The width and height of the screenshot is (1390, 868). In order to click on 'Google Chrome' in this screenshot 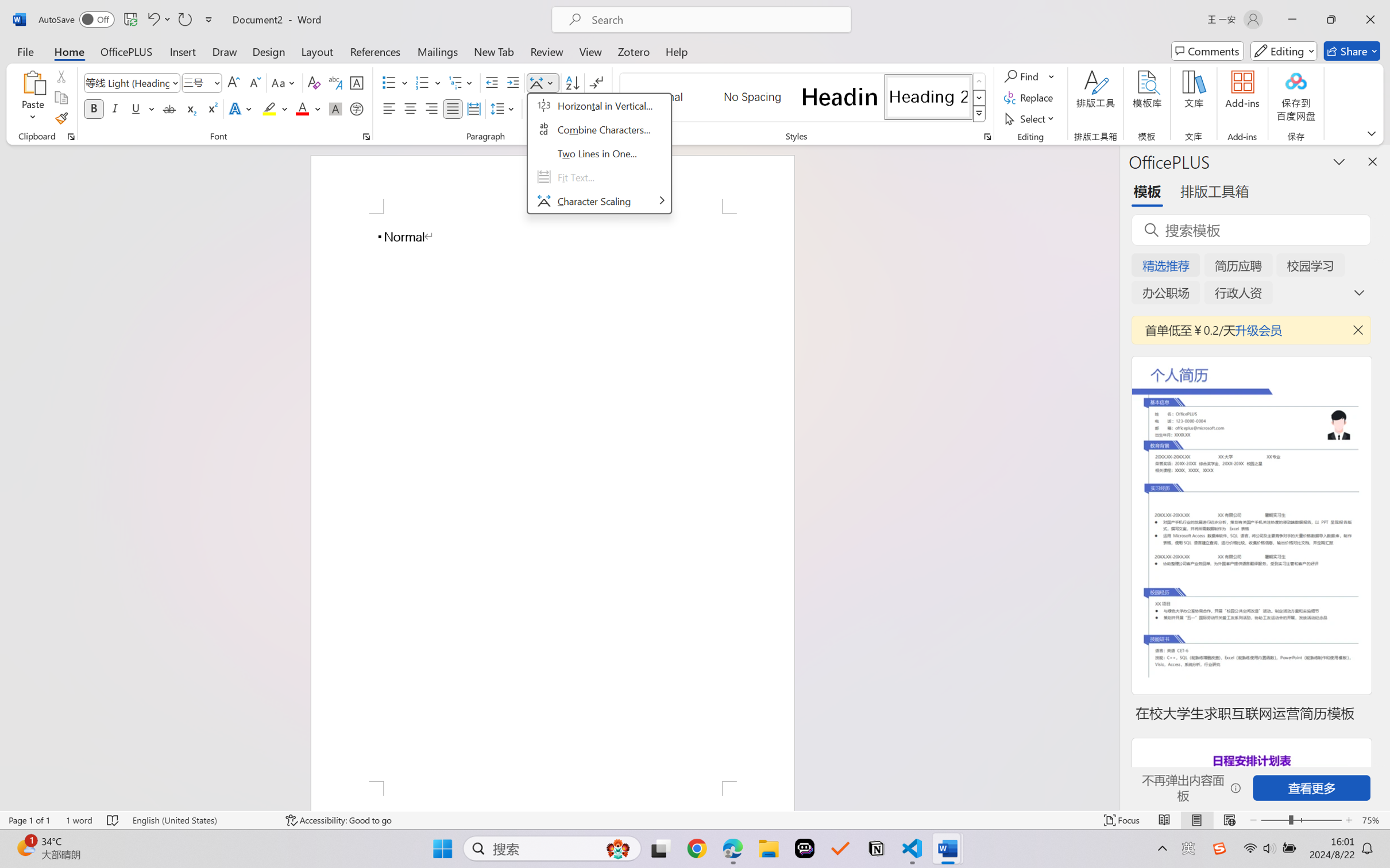, I will do `click(697, 848)`.